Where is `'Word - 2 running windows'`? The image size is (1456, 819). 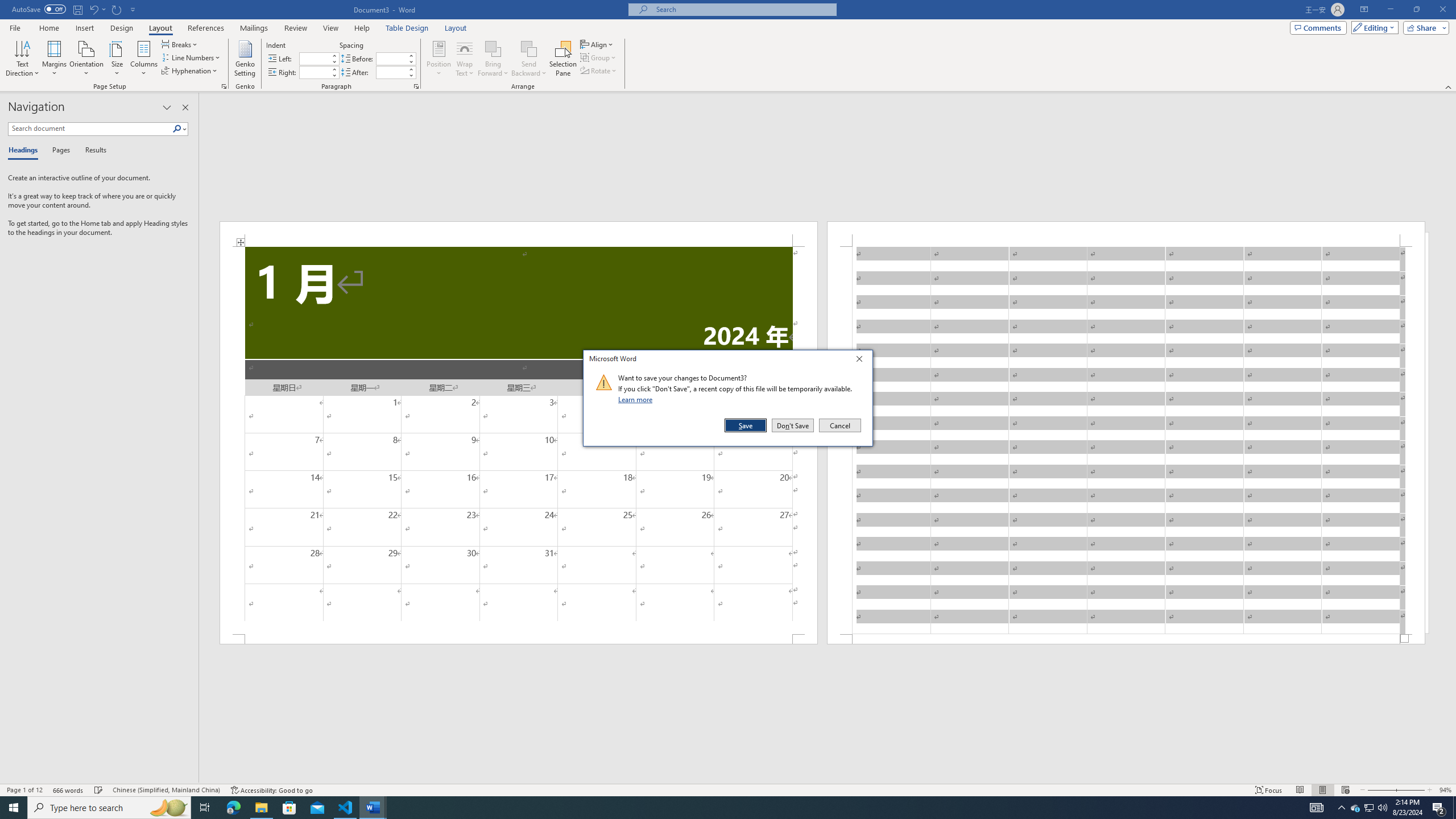 'Word - 2 running windows' is located at coordinates (373, 806).